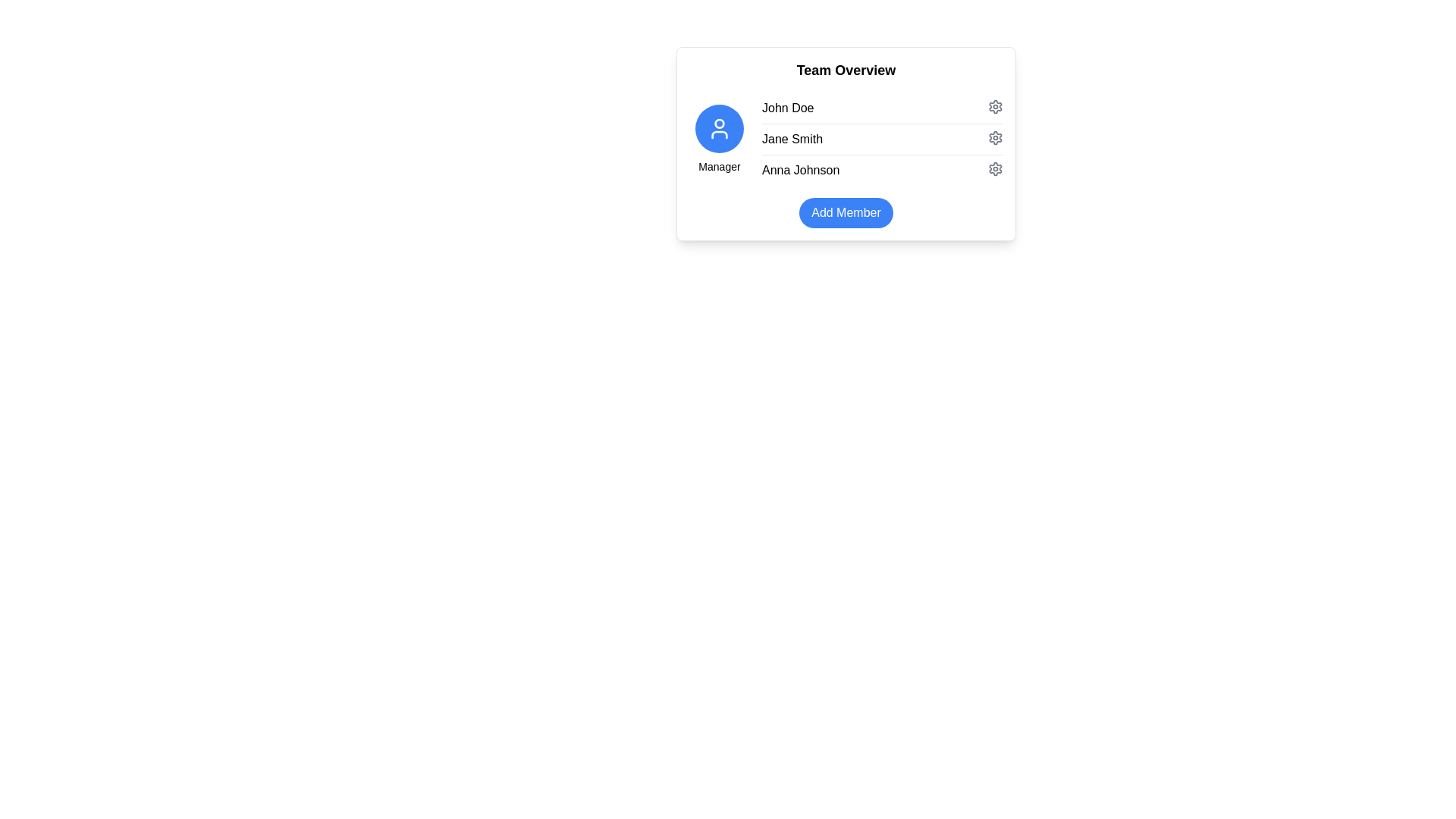 This screenshot has width=1456, height=819. Describe the element at coordinates (996, 169) in the screenshot. I see `the icon button located at the far-right side of the 'Anna Johnson' row` at that location.